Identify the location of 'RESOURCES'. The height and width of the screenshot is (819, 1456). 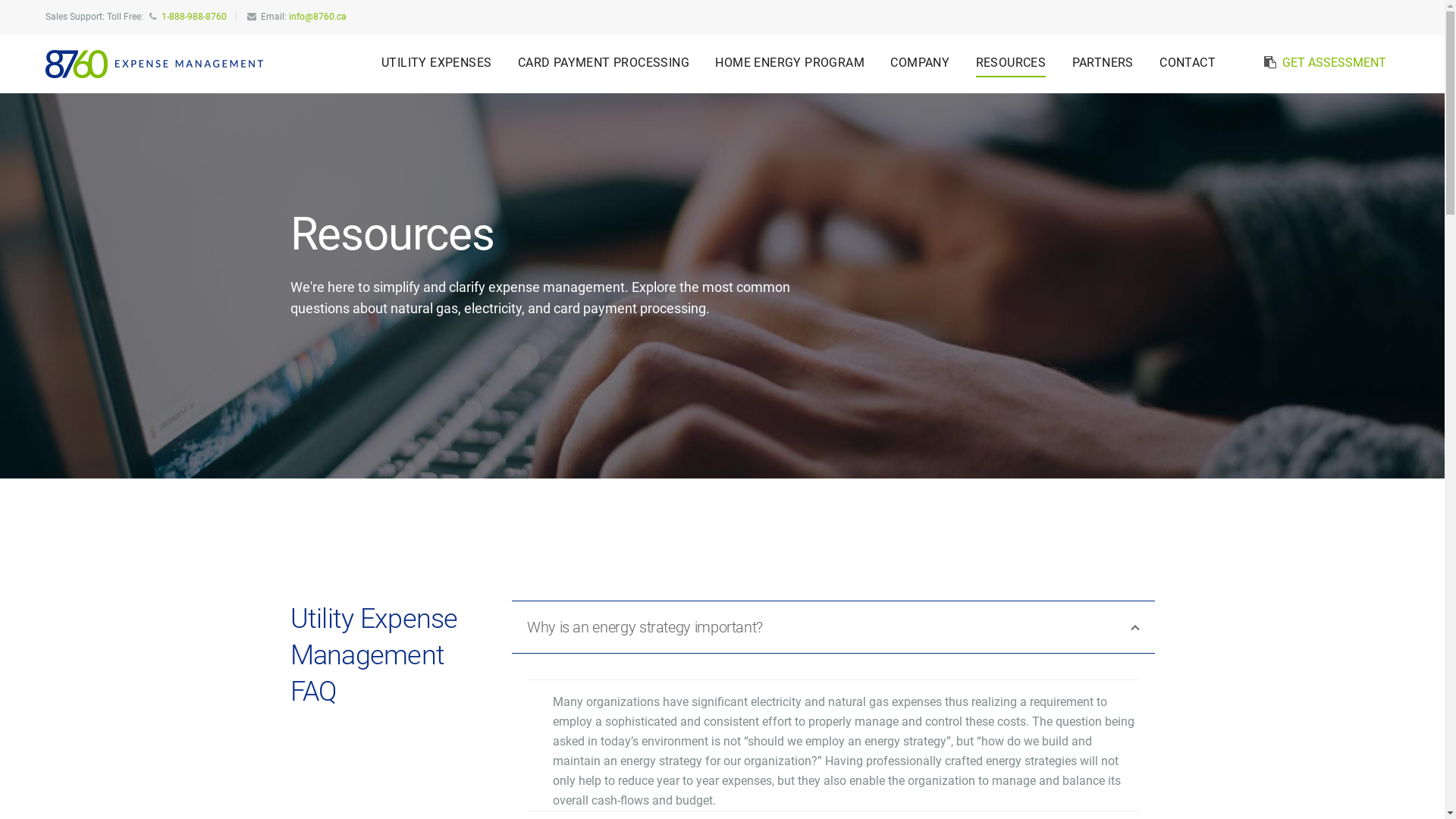
(1011, 62).